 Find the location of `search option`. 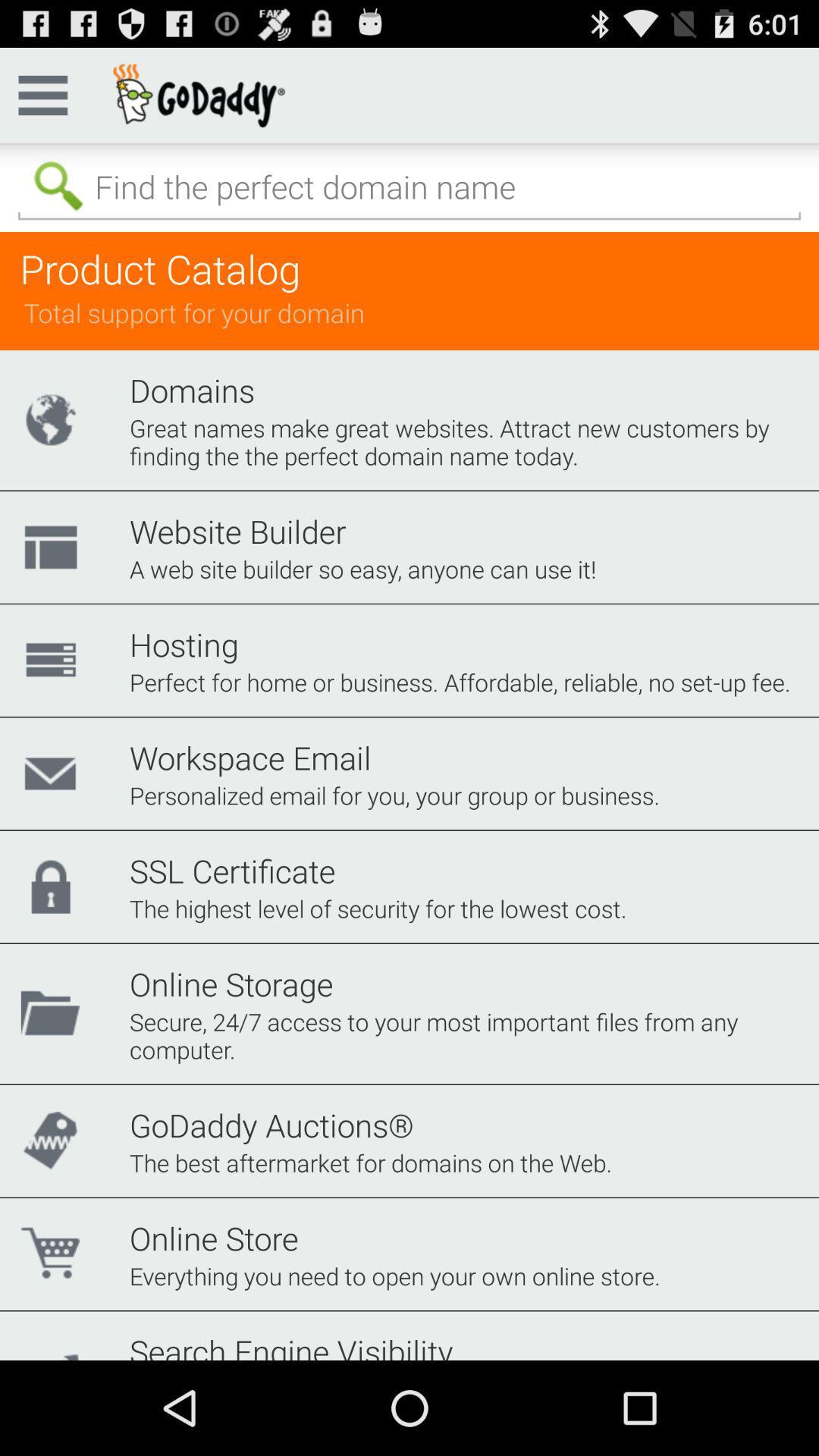

search option is located at coordinates (409, 187).